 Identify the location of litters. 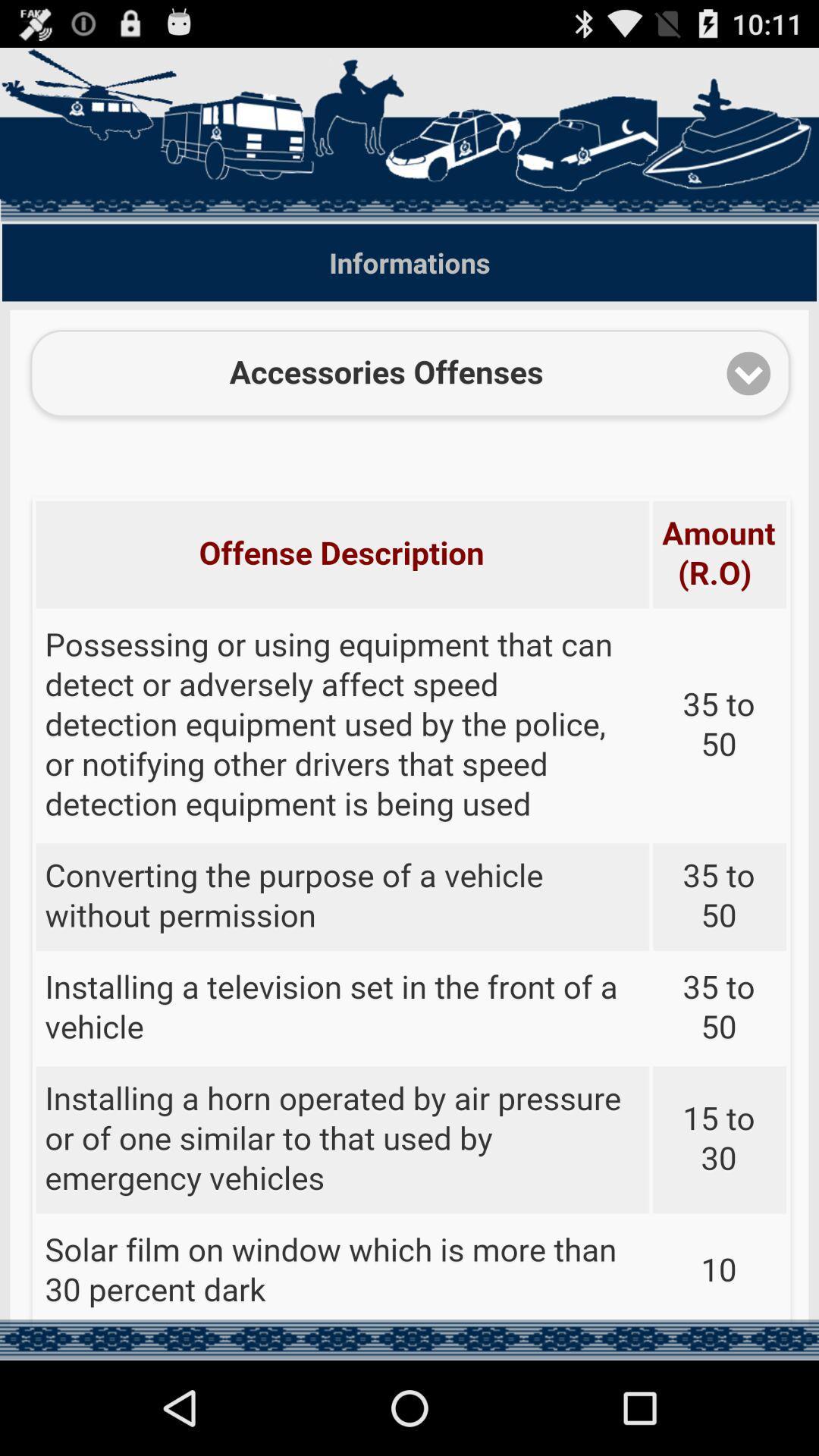
(409, 817).